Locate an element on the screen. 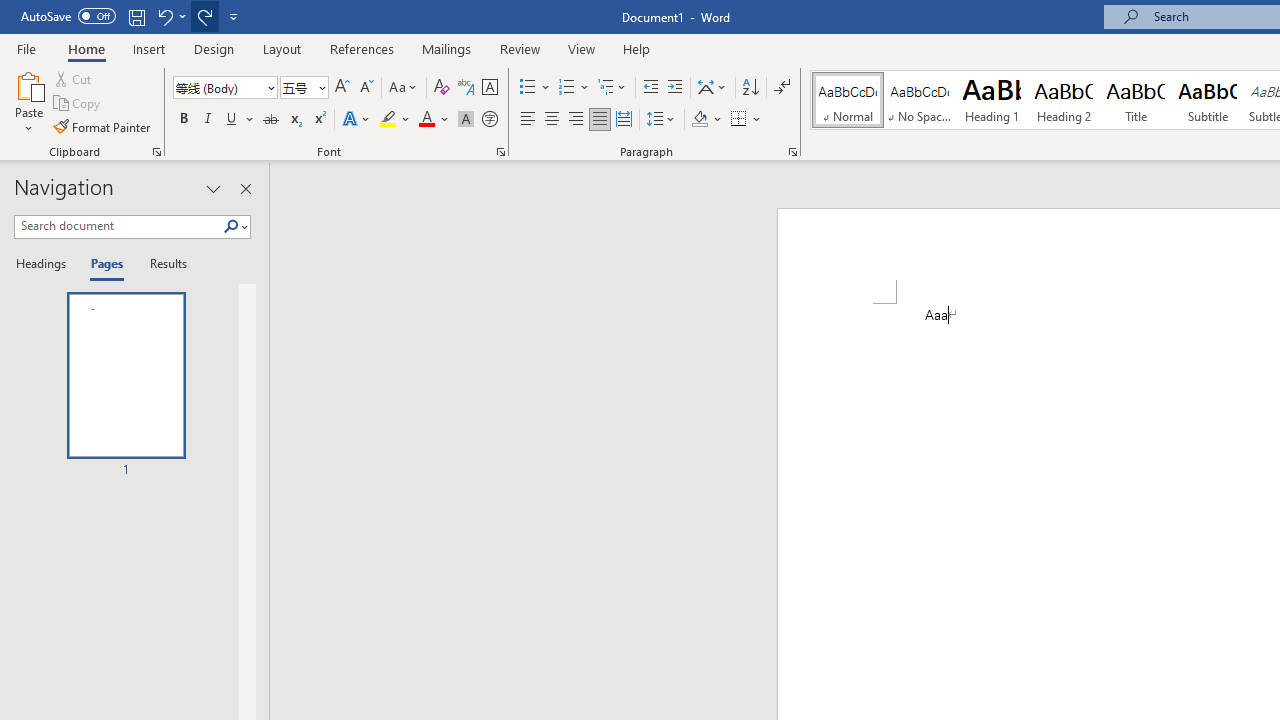  'Borders' is located at coordinates (738, 119).